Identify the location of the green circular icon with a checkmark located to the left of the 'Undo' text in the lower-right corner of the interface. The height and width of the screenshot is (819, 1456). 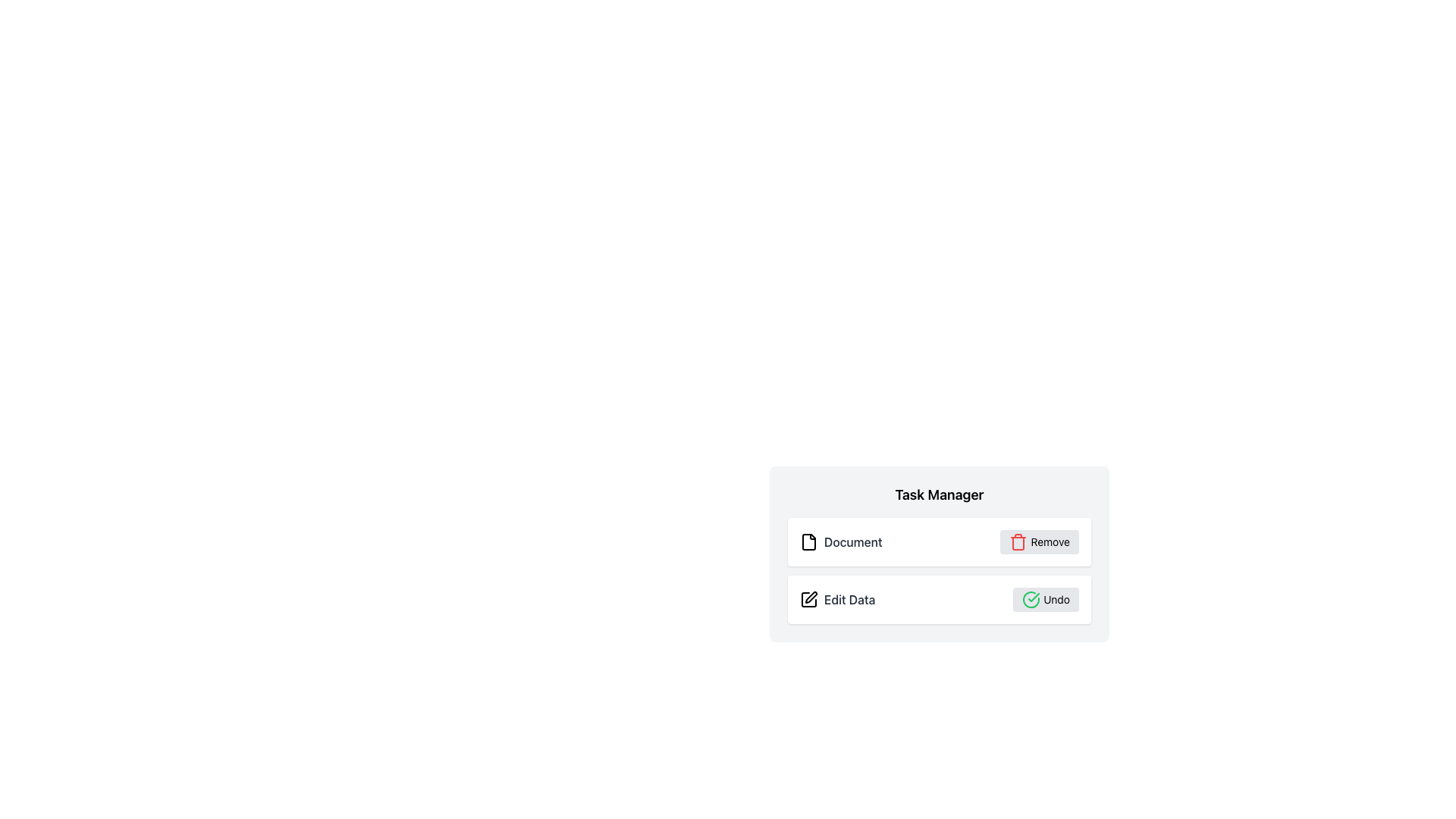
(1031, 598).